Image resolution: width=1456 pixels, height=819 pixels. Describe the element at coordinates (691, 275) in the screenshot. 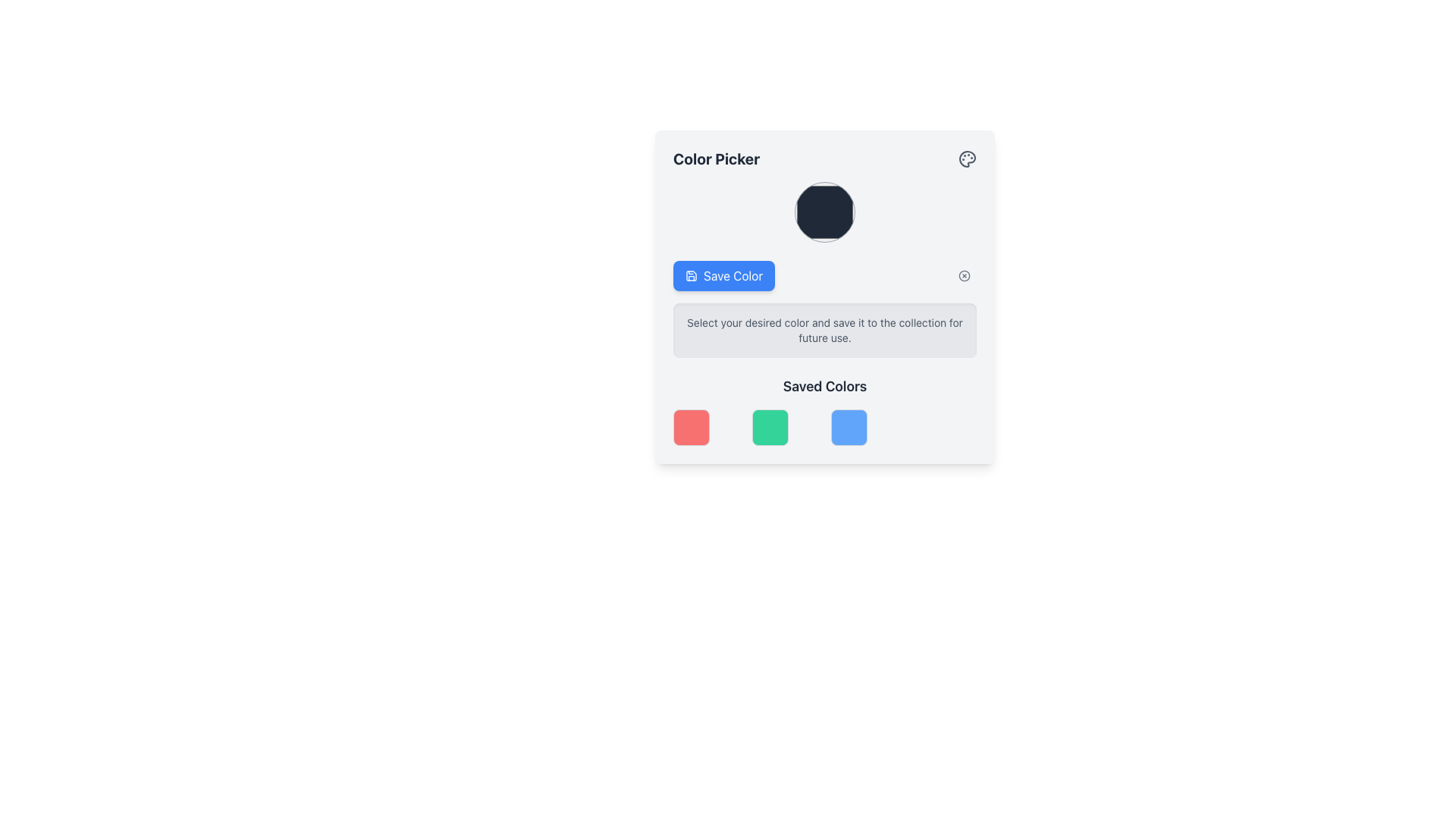

I see `the 'Save Color' button, which is visually indicated by the icon suggesting it saves a selected color for future reference` at that location.